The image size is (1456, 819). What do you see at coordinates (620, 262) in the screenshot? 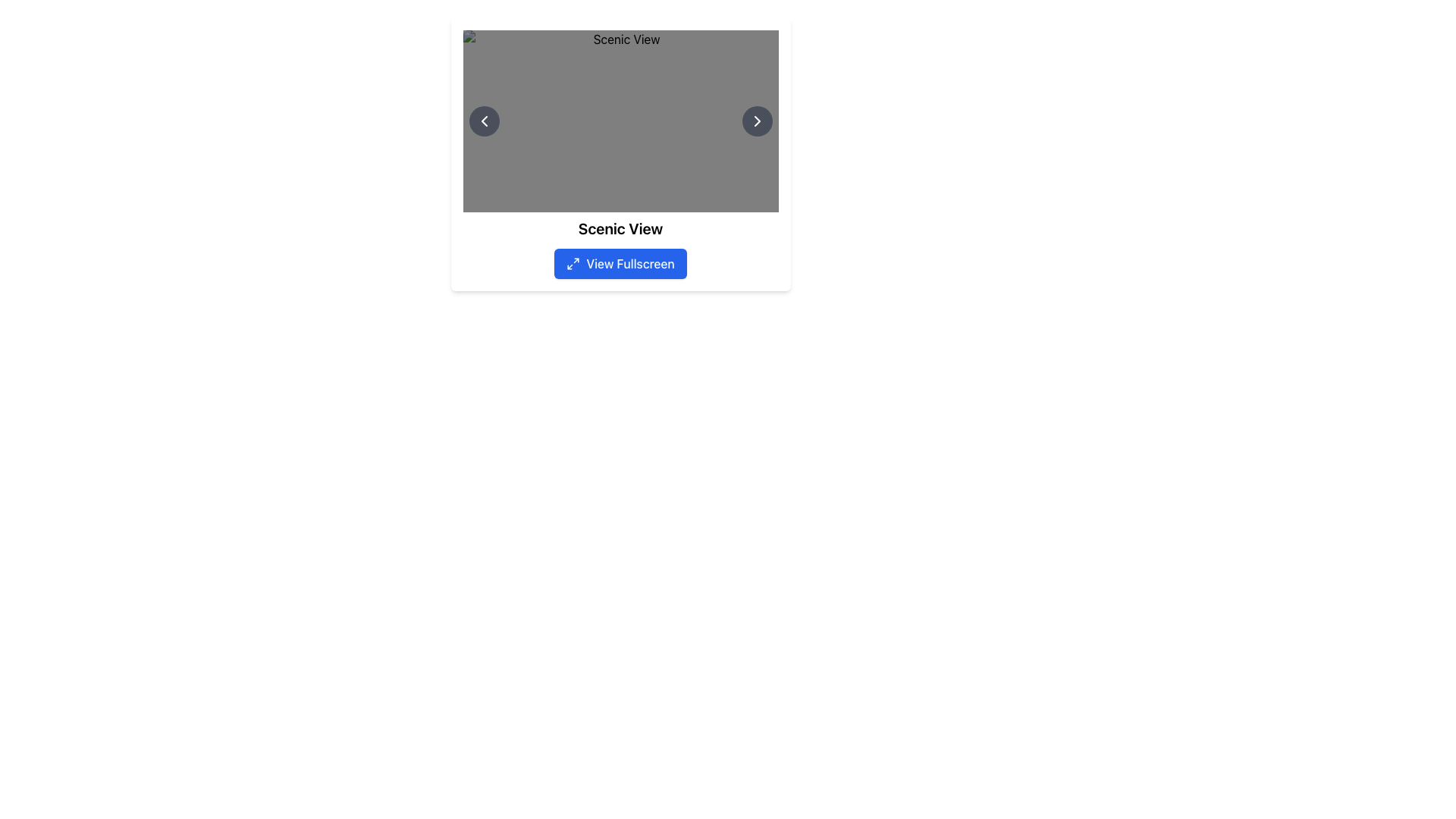
I see `the rectangular button with a blue background and white text saying 'View Fullscreen'` at bounding box center [620, 262].